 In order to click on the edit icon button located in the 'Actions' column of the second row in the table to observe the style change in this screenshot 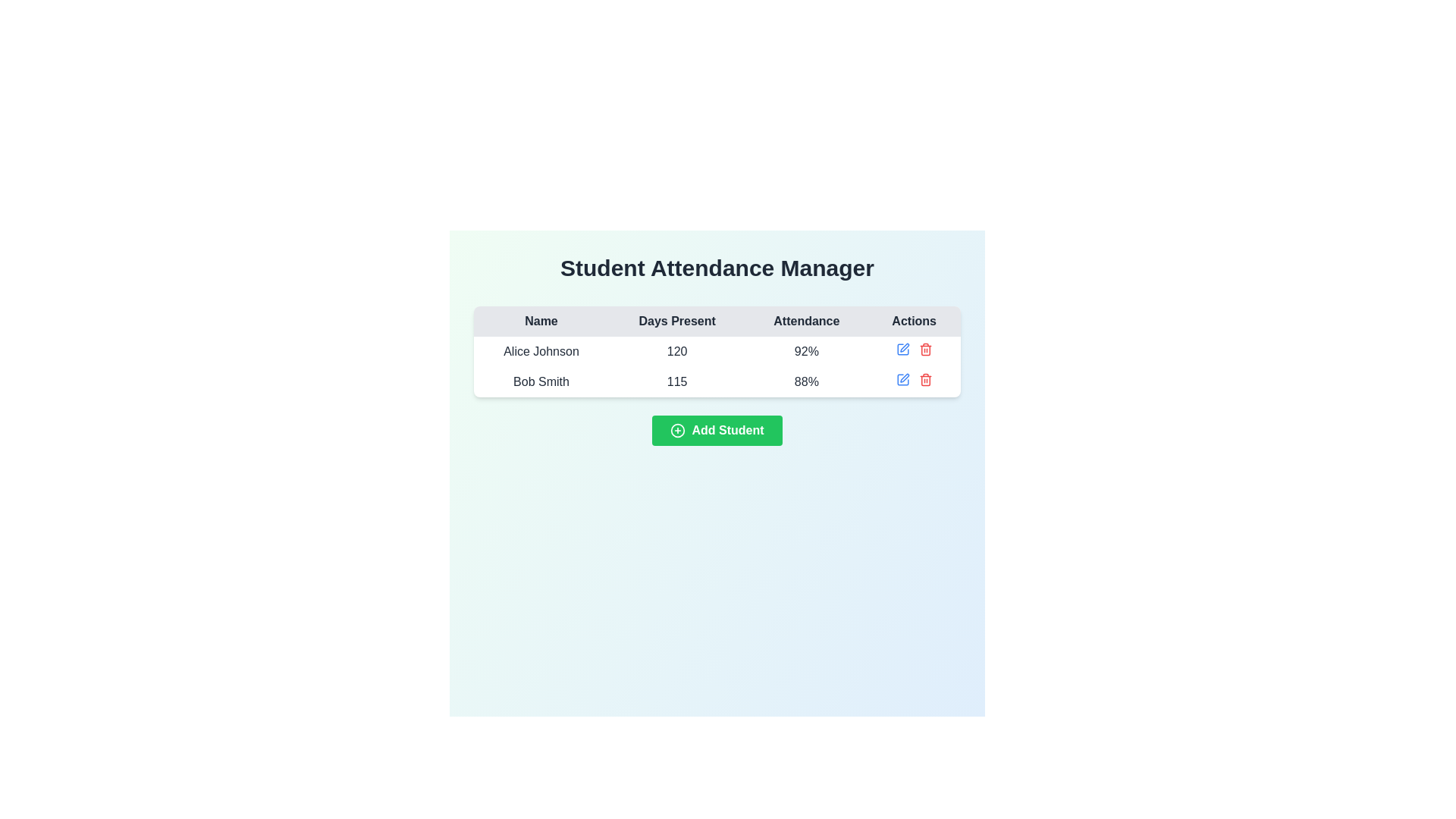, I will do `click(902, 350)`.